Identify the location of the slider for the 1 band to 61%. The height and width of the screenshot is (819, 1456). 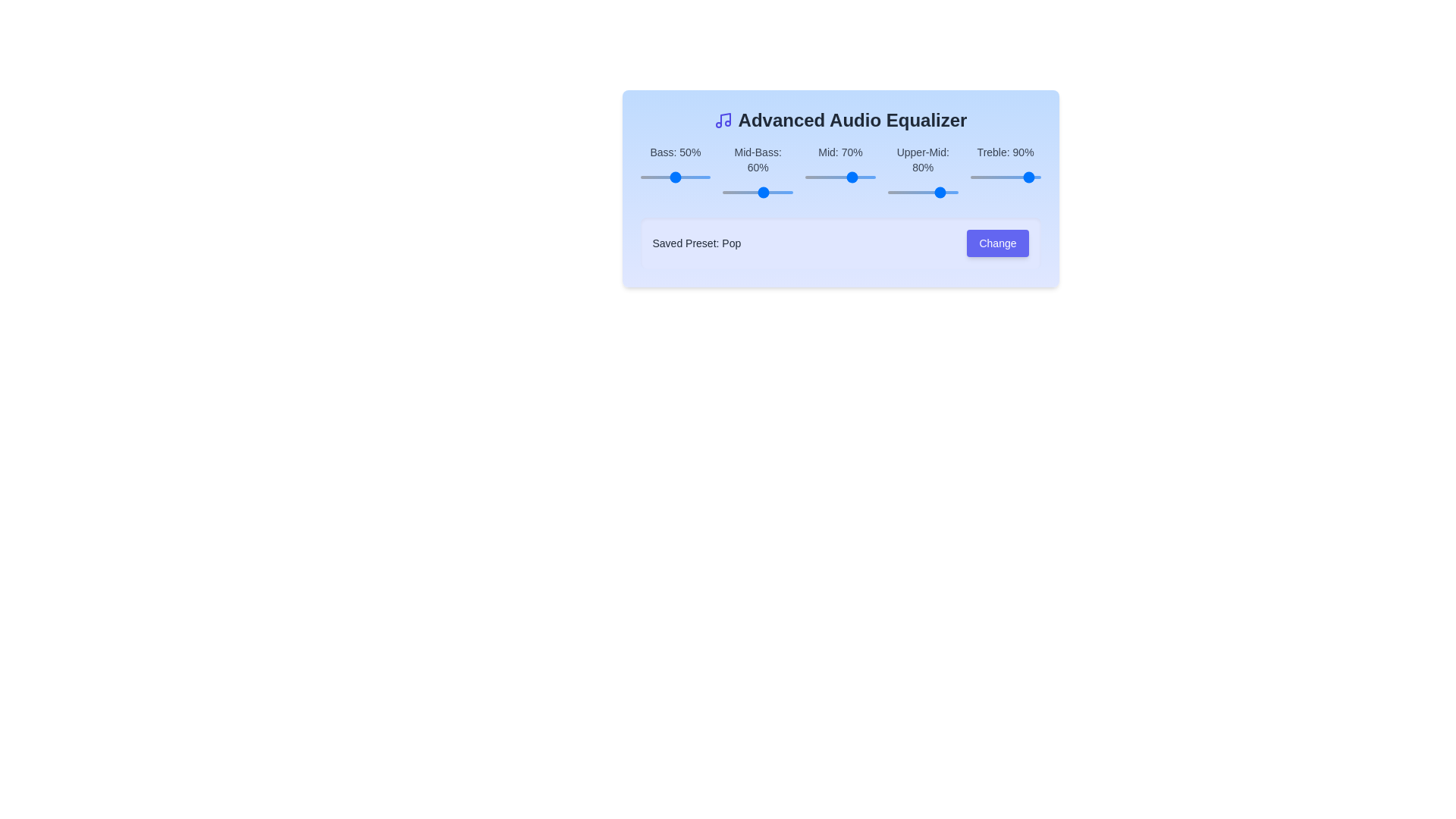
(803, 192).